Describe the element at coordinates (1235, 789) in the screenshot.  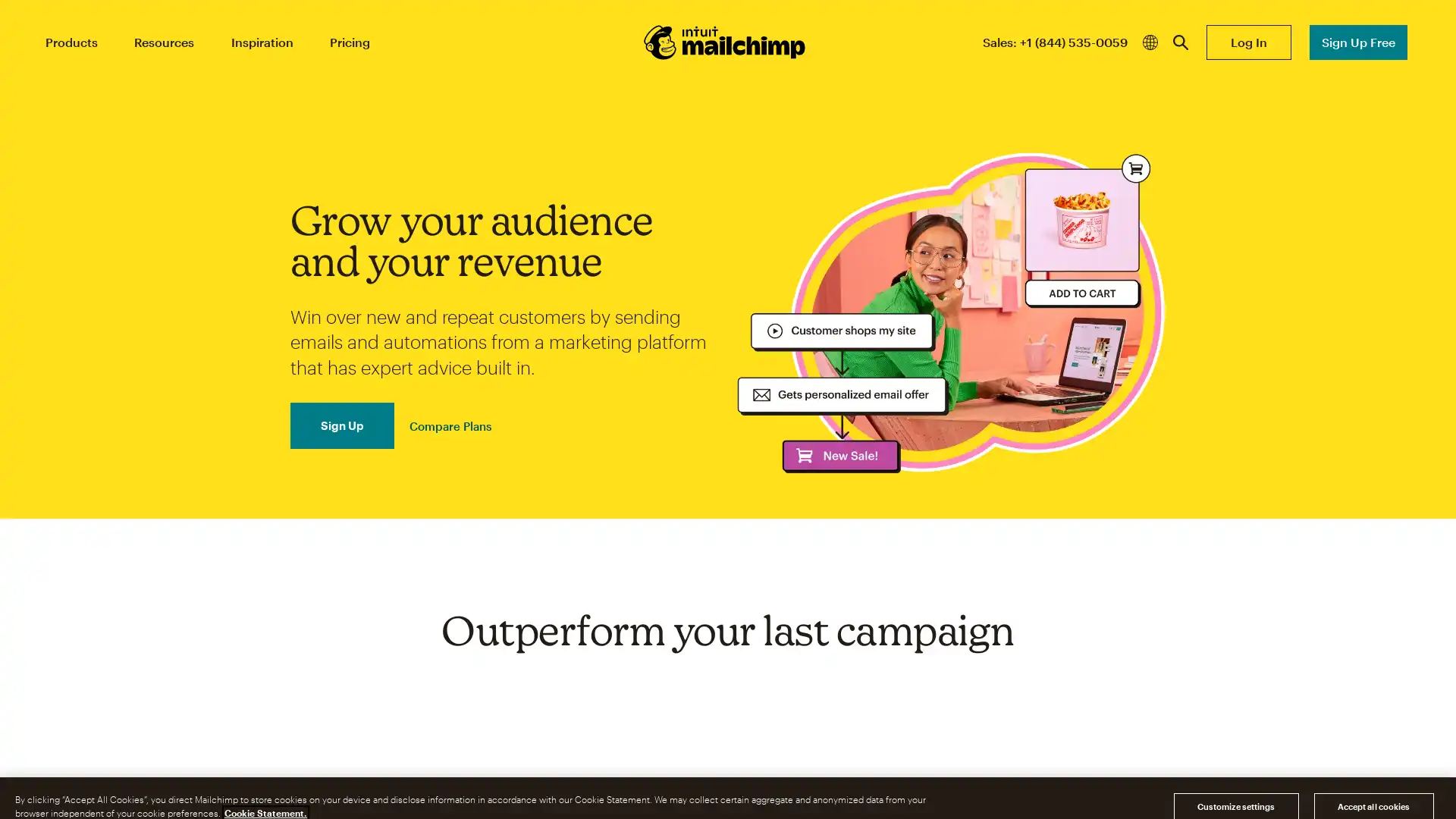
I see `Customize settings` at that location.